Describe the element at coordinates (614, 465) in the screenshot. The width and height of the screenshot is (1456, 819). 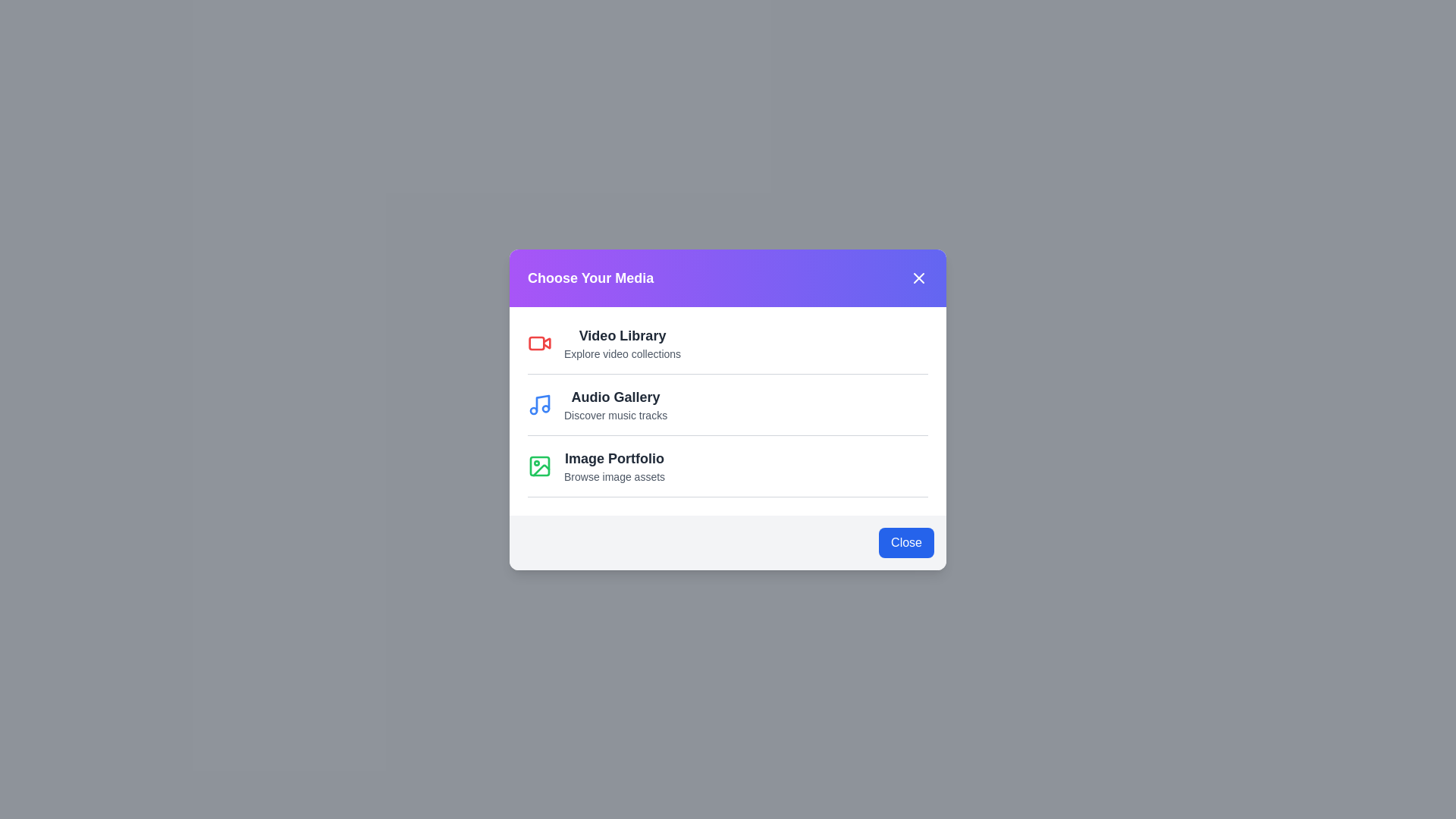
I see `the 'Image Portfolio' option to select it` at that location.